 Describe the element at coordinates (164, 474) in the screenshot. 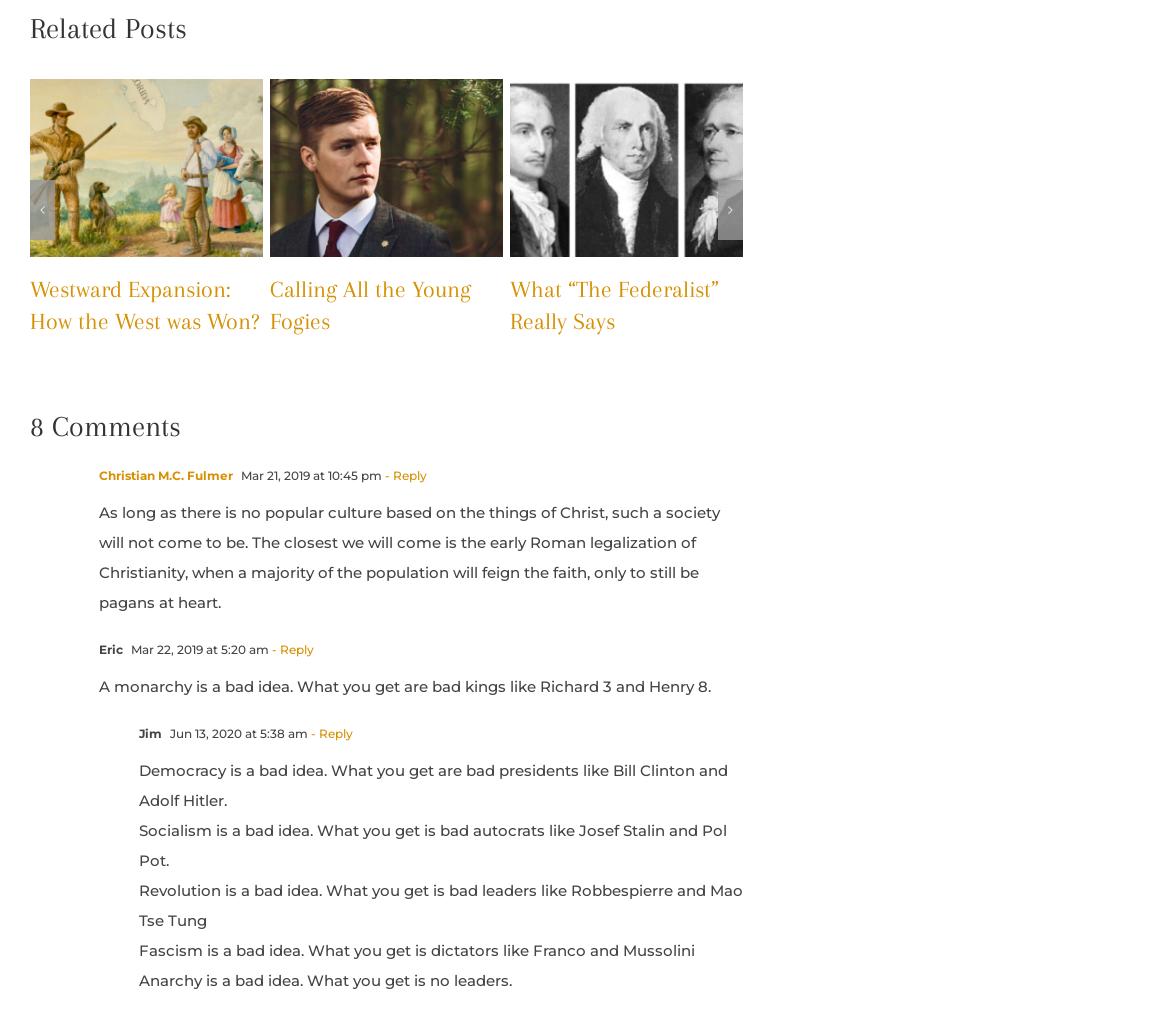

I see `'Christian M.C. Fulmer'` at that location.